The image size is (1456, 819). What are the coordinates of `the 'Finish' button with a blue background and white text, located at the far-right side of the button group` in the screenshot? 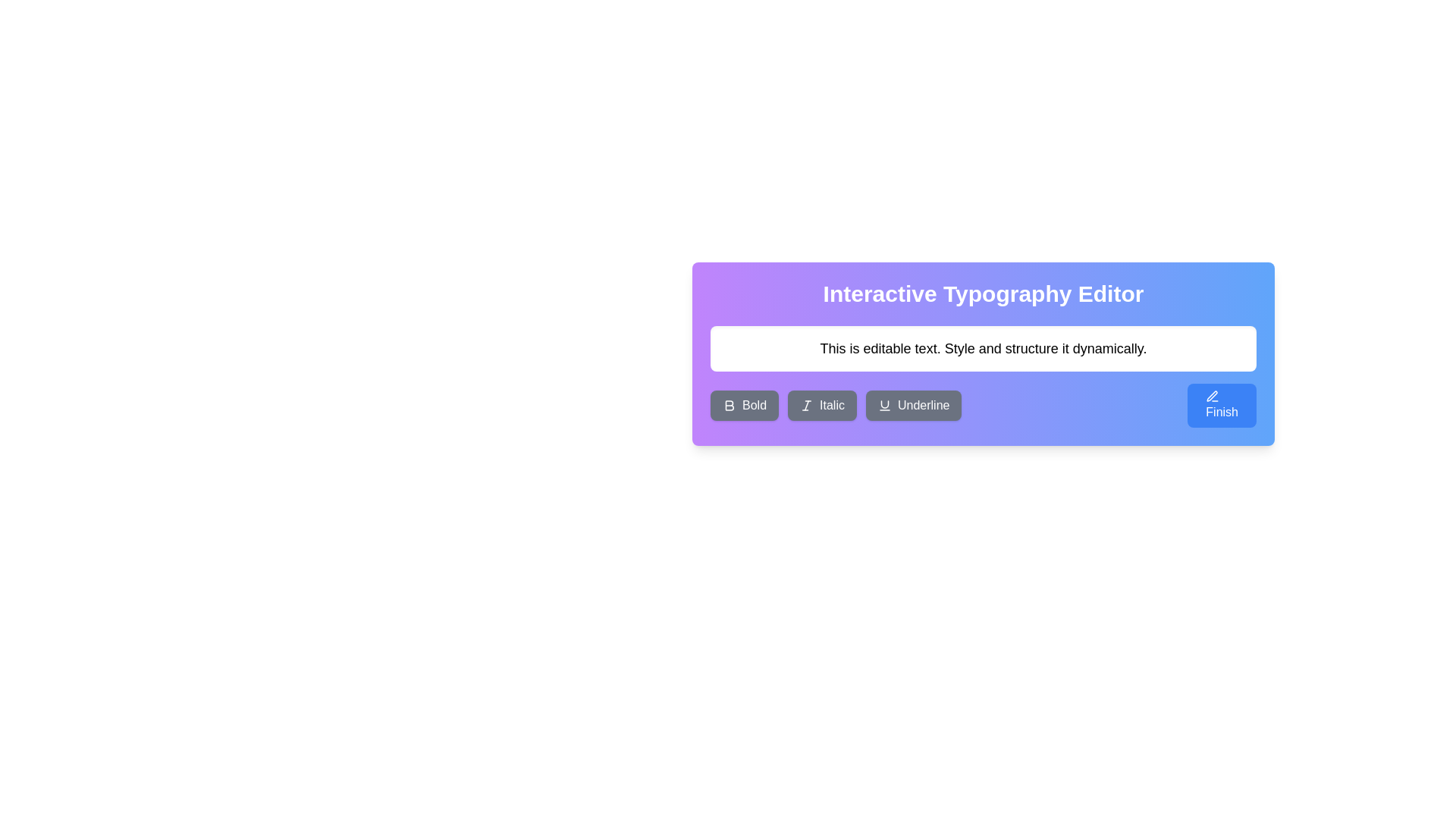 It's located at (1222, 405).